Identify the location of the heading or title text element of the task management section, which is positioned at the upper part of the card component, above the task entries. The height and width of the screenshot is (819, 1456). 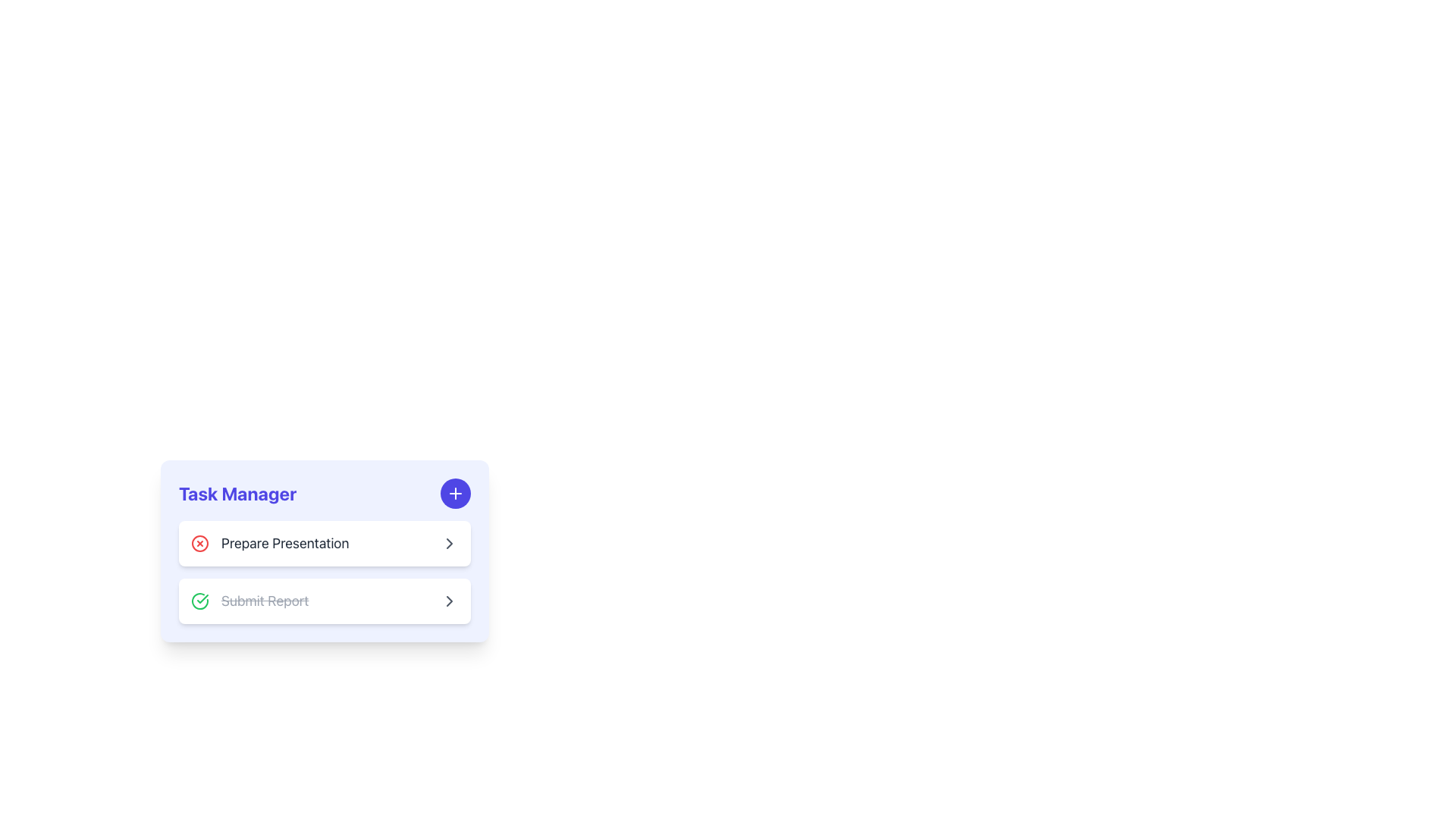
(237, 494).